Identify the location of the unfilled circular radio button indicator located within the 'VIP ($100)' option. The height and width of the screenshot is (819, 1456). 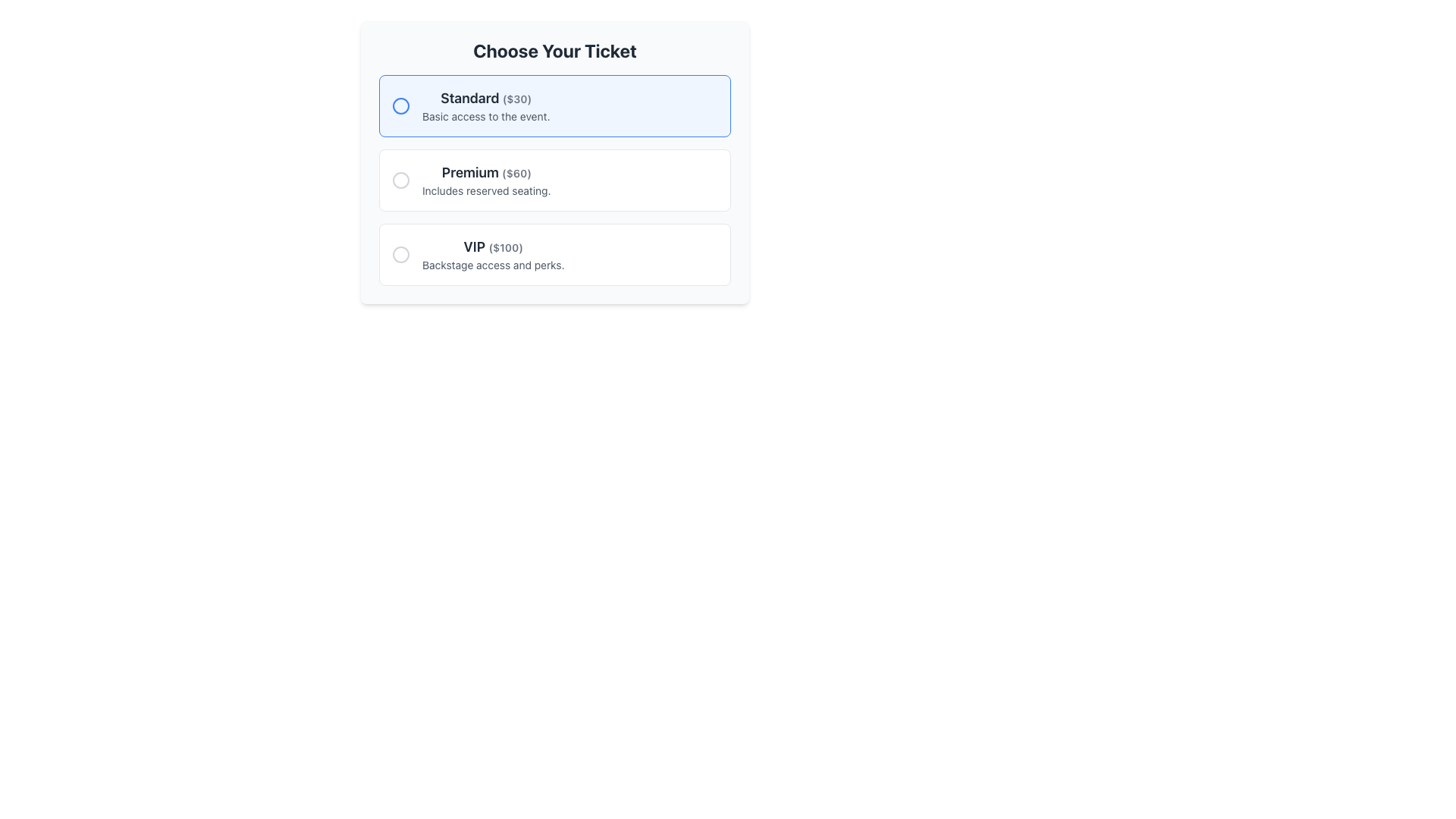
(400, 253).